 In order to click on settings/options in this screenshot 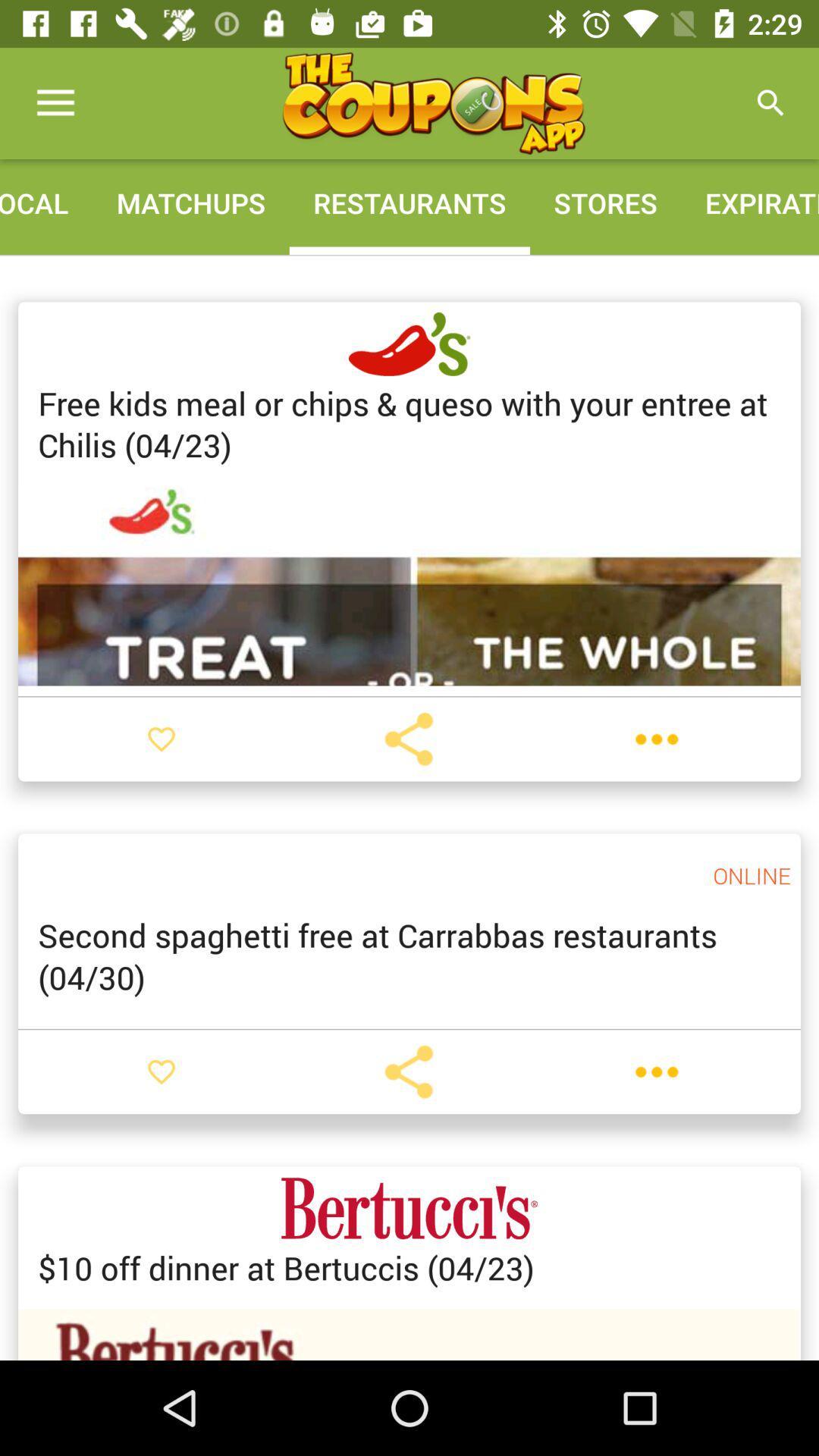, I will do `click(656, 1071)`.